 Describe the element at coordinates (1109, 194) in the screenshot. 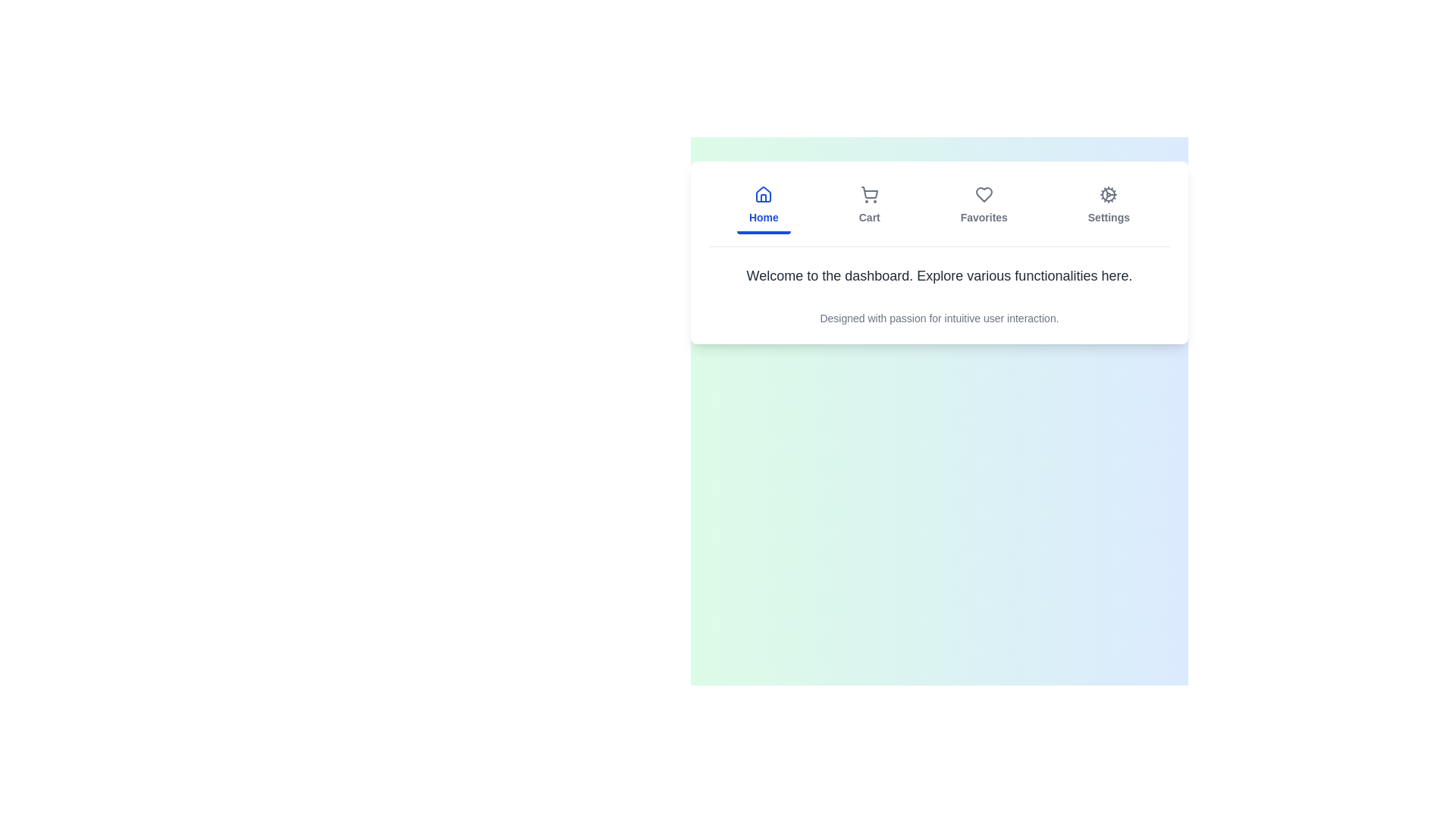

I see `the settings icon, which is a cogwheel located in the top horizontal menu bar, fourth from the left` at that location.